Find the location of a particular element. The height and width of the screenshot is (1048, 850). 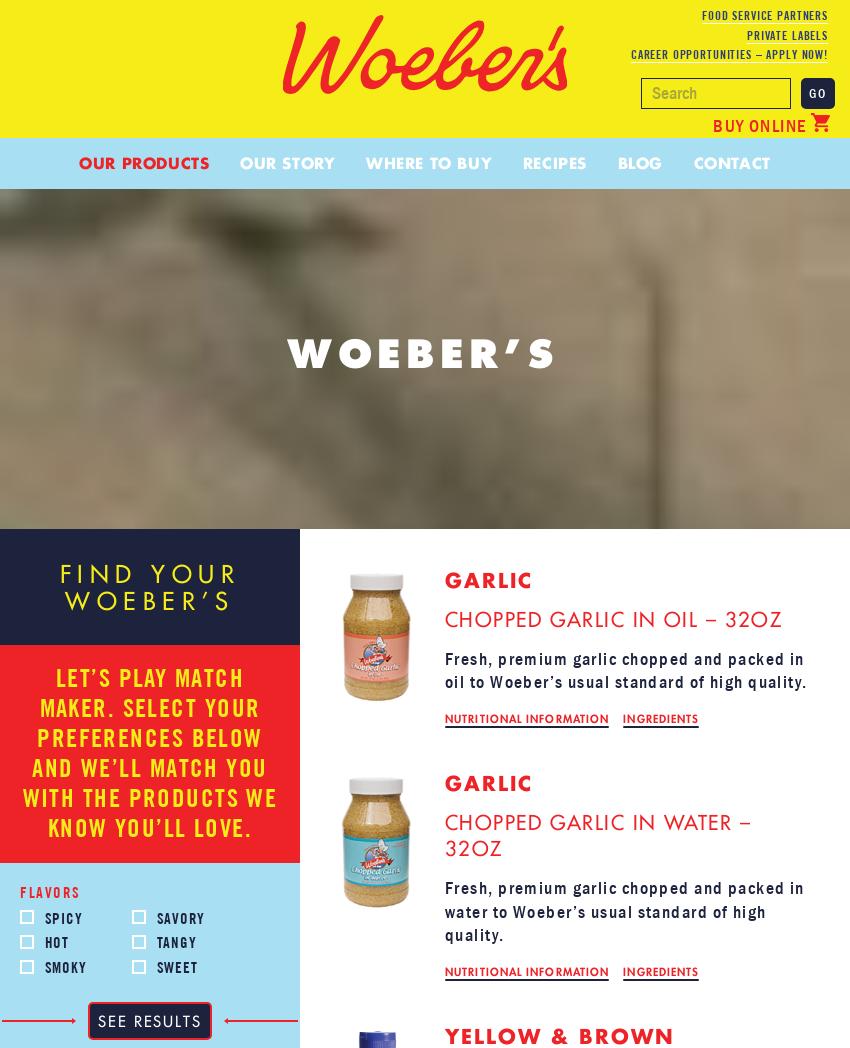

'CHOPPED GARLIC IN OIL – 32OZ' is located at coordinates (612, 617).